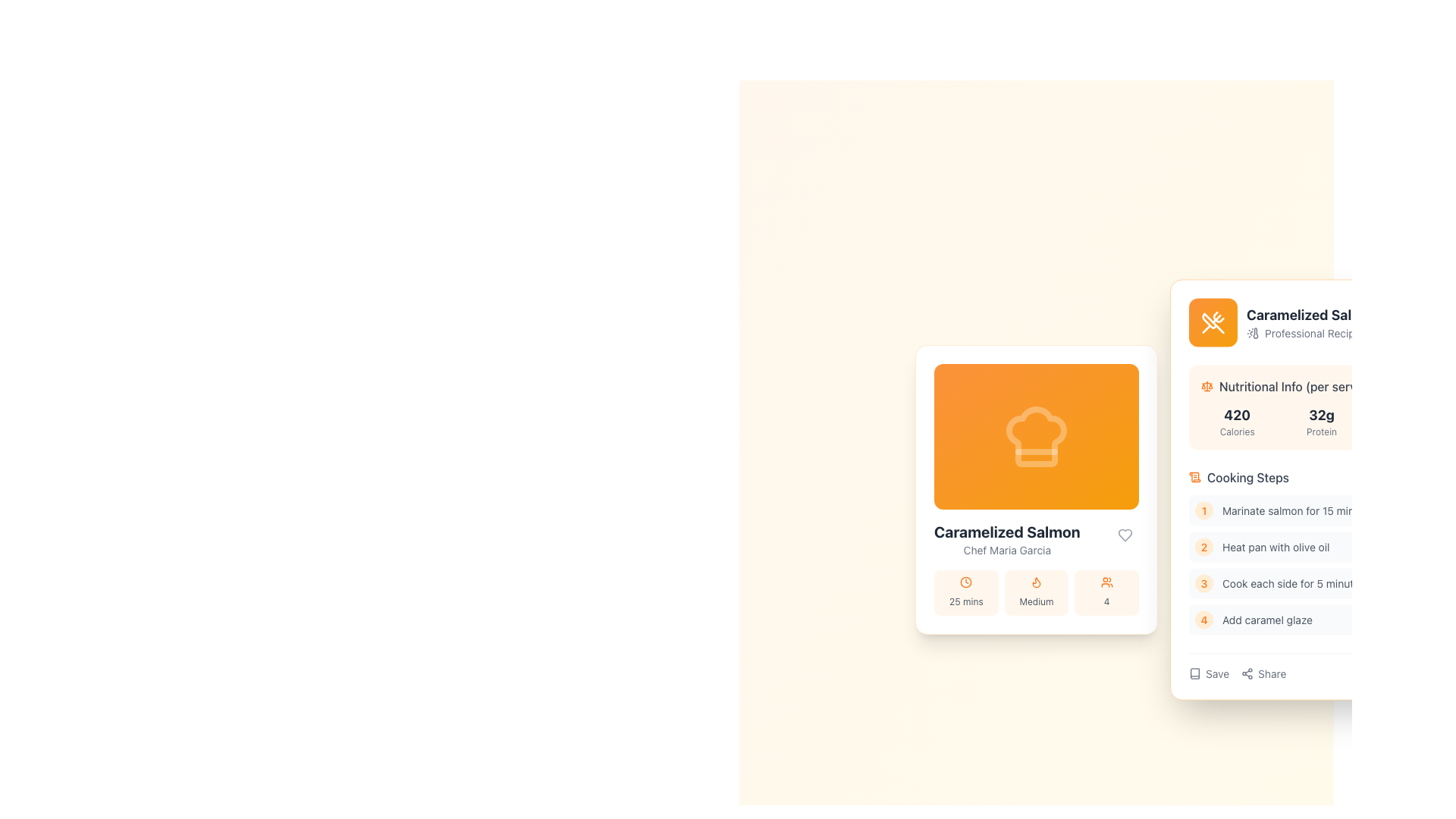 This screenshot has height=819, width=1456. I want to click on the 'Caramelized Salmon' text display with the subtitle 'Professional Recipe' located in the top section of the rightmost card, directly below the orange gradient icon of crossed utensils, so click(1313, 322).